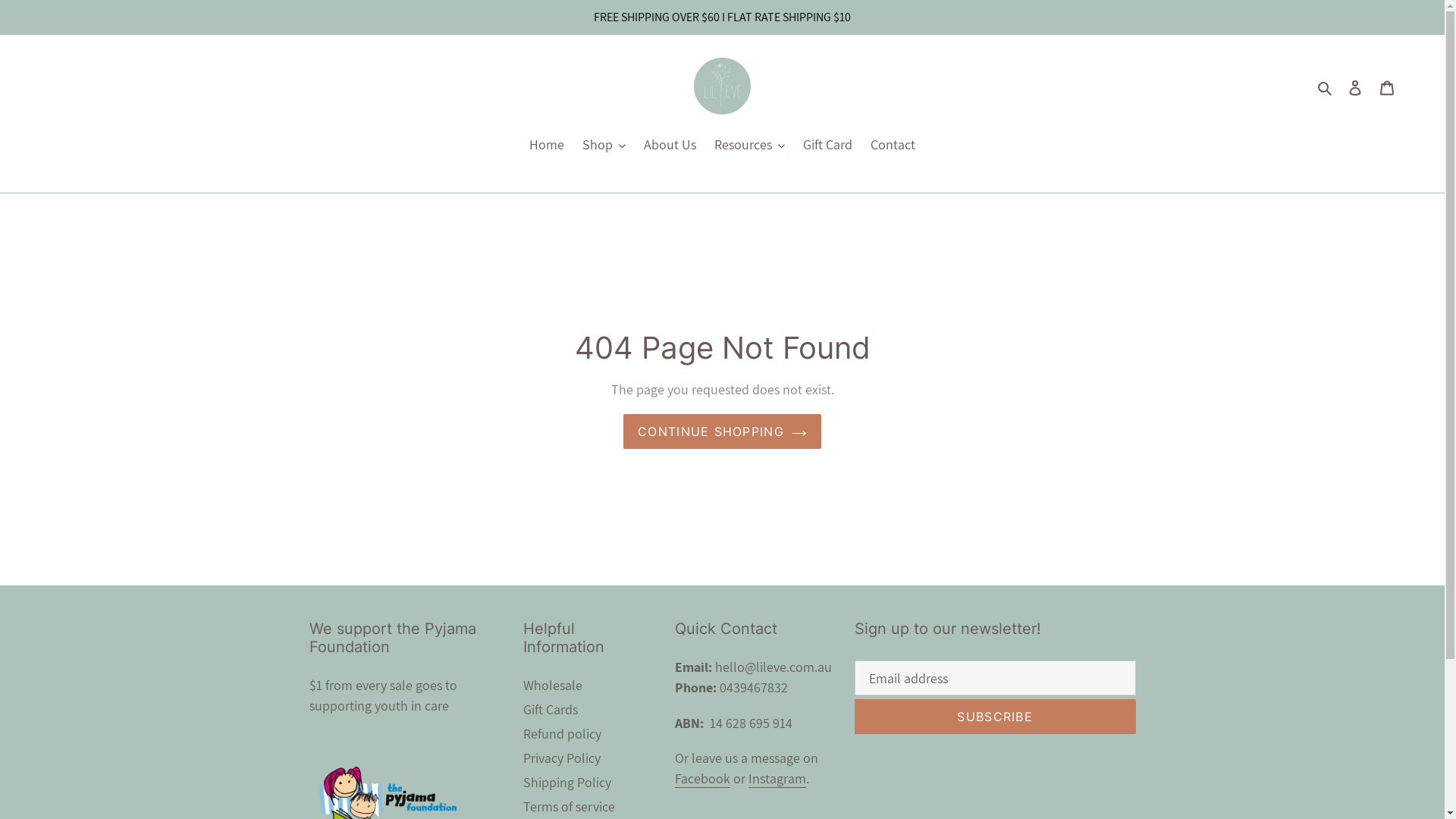 This screenshot has height=819, width=1456. What do you see at coordinates (862, 145) in the screenshot?
I see `'Contact'` at bounding box center [862, 145].